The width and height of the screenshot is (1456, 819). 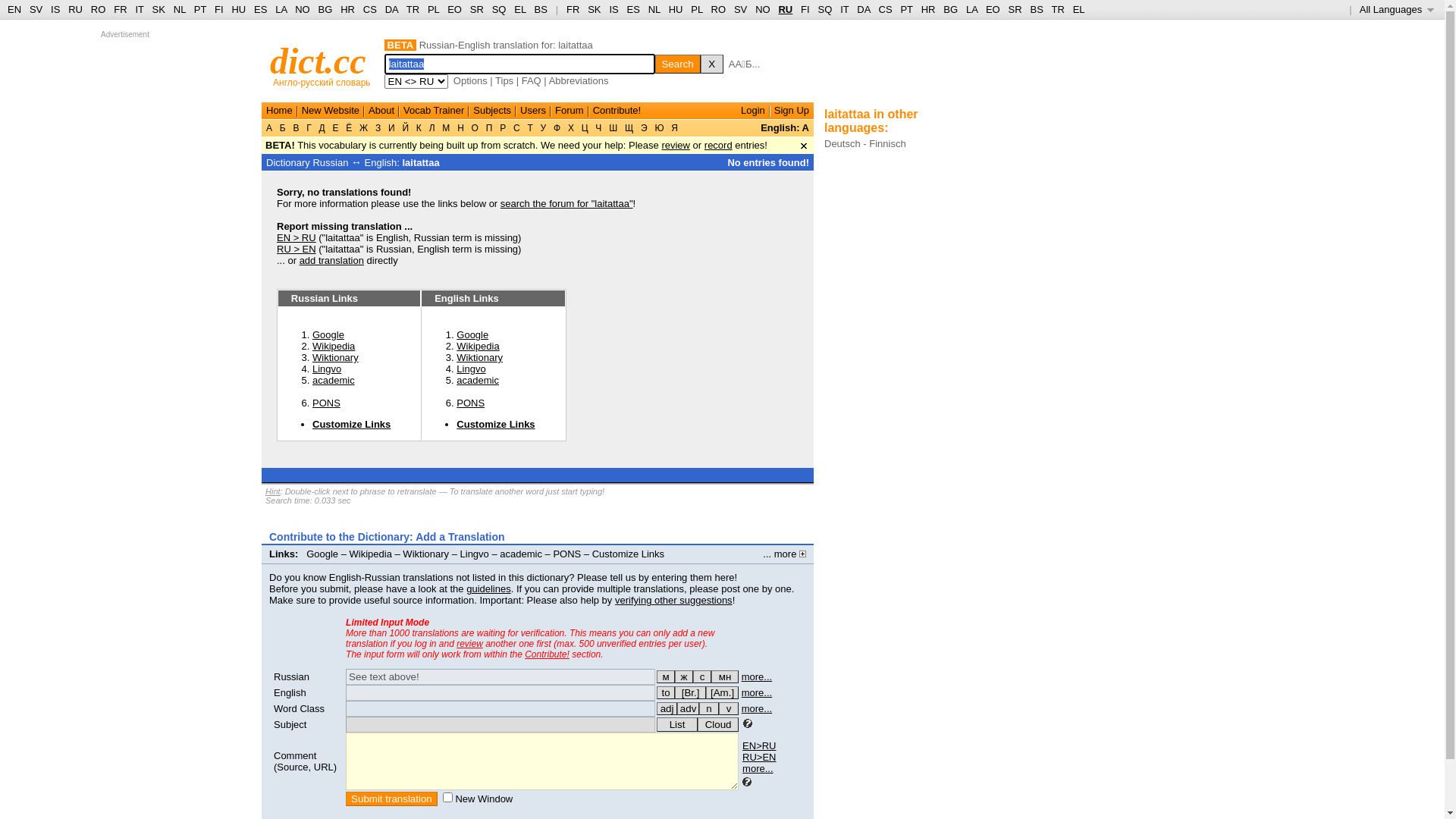 I want to click on 'Contribute to the Dictionary: Add a Translation', so click(x=387, y=536).